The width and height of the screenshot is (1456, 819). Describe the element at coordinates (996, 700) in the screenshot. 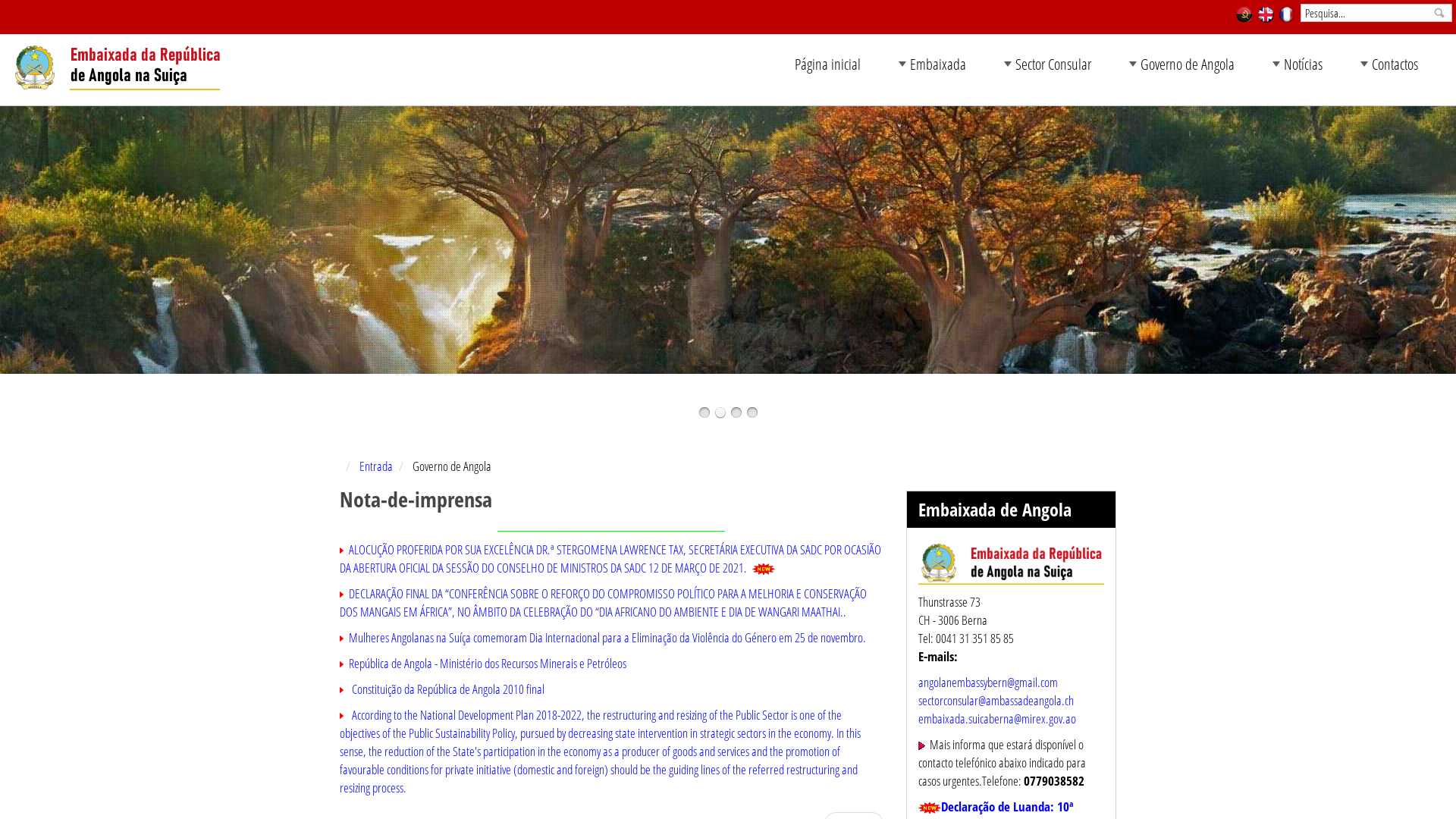

I see `'sectorconsular@ambassadeangola.ch'` at that location.